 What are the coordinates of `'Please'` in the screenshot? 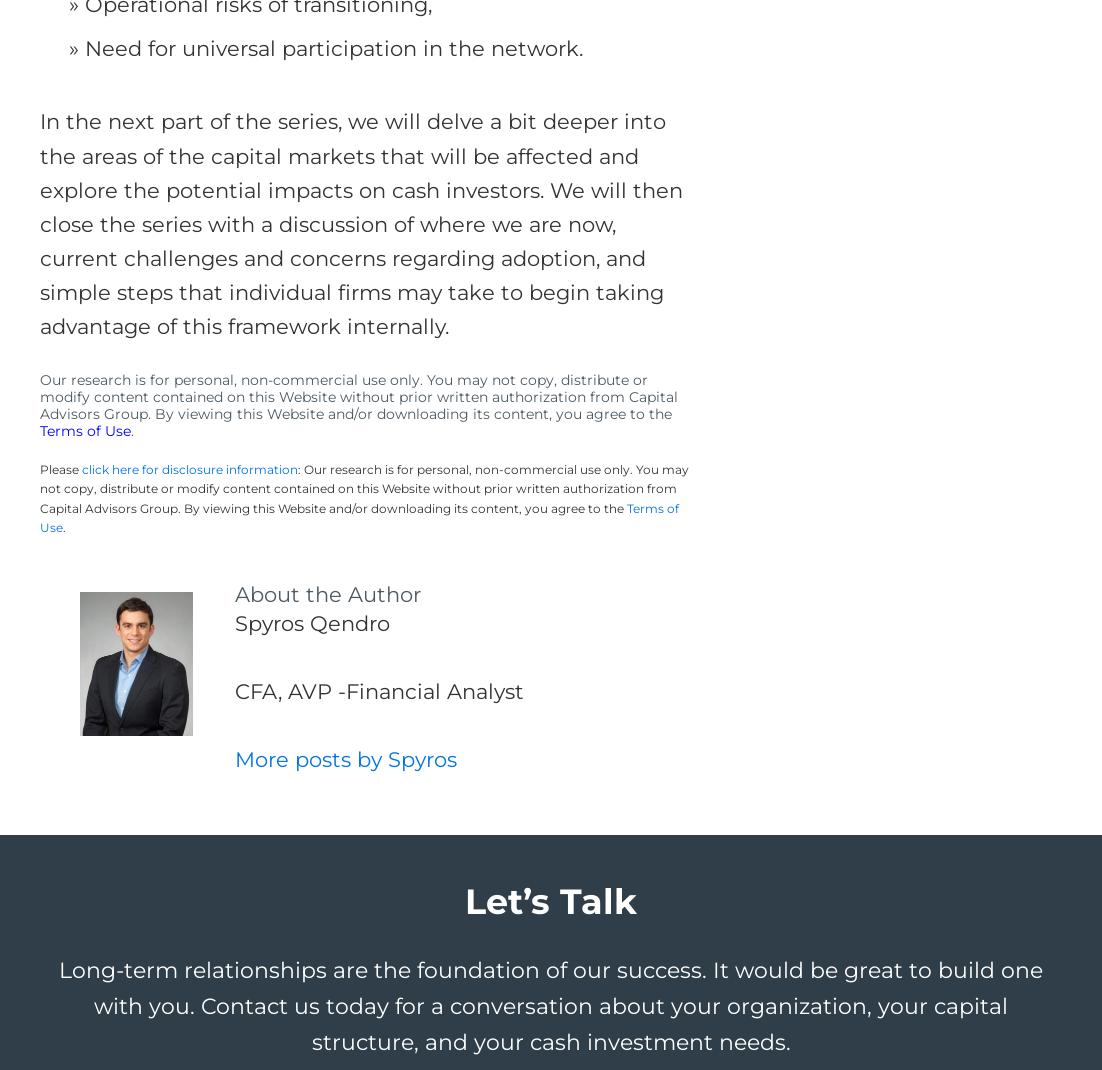 It's located at (61, 468).